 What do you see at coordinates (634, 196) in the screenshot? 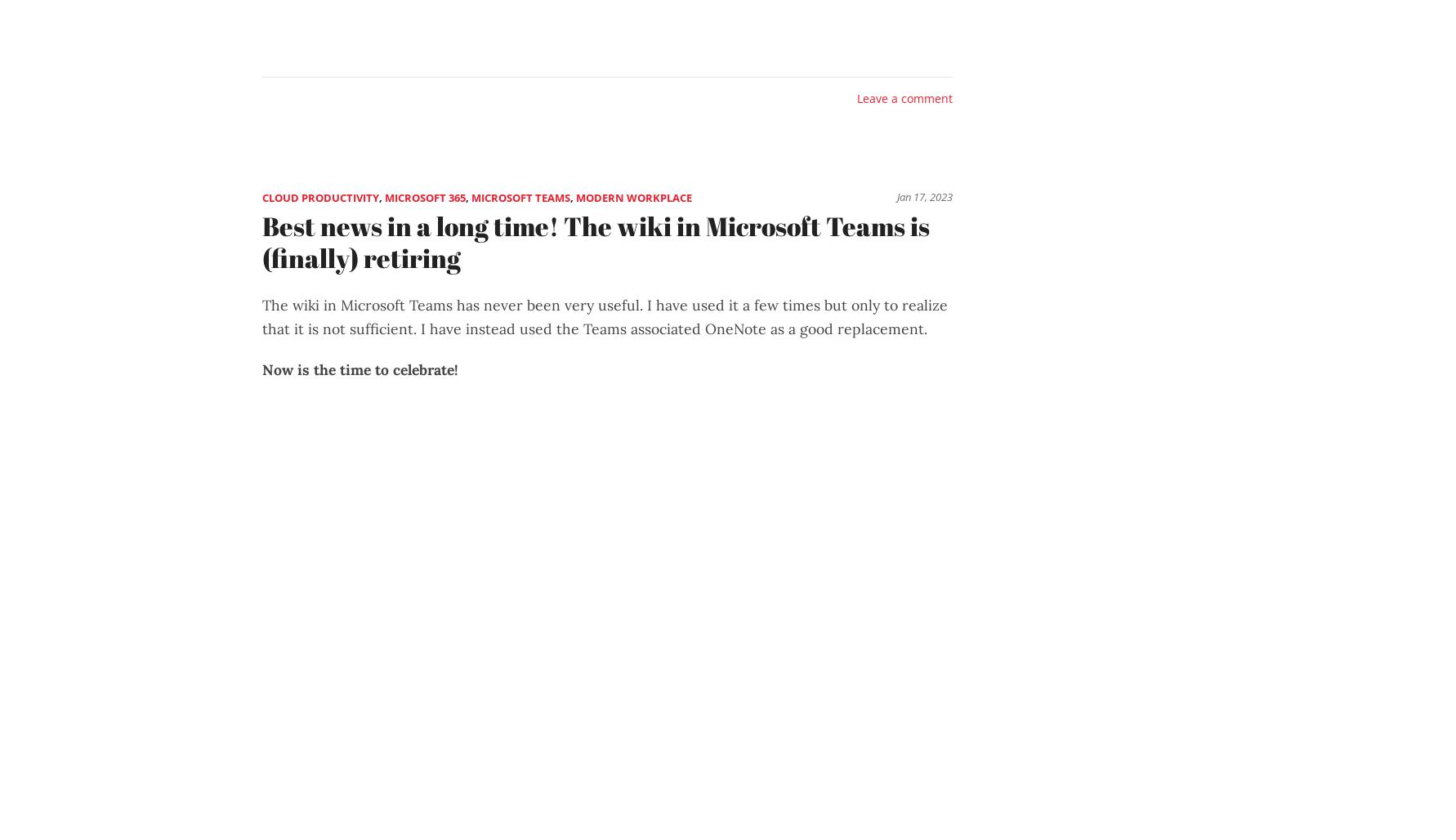
I see `'Modern Workplace'` at bounding box center [634, 196].